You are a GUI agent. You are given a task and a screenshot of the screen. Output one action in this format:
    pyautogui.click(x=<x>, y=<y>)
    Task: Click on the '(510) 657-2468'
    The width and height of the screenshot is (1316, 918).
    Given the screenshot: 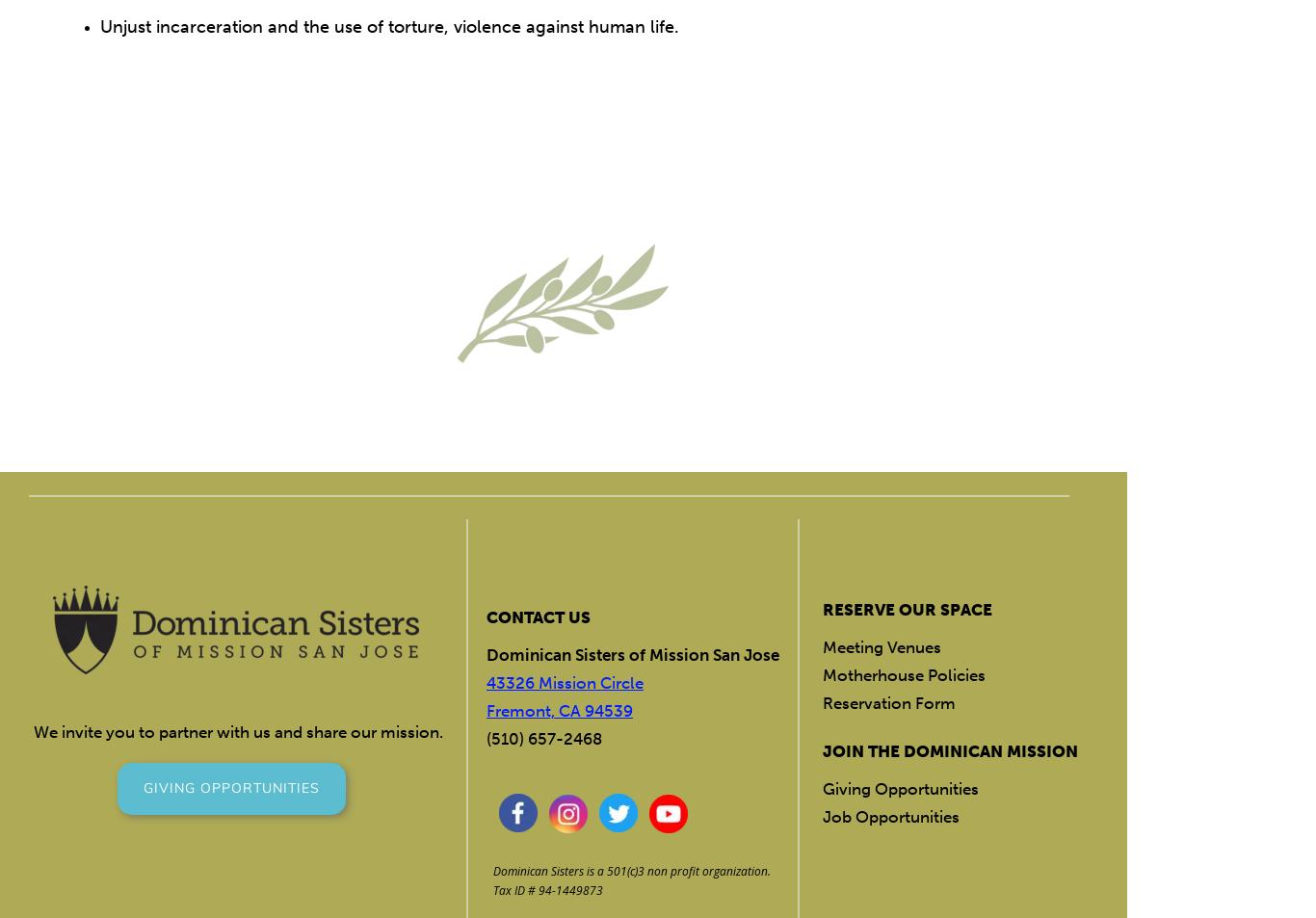 What is the action you would take?
    pyautogui.click(x=543, y=738)
    